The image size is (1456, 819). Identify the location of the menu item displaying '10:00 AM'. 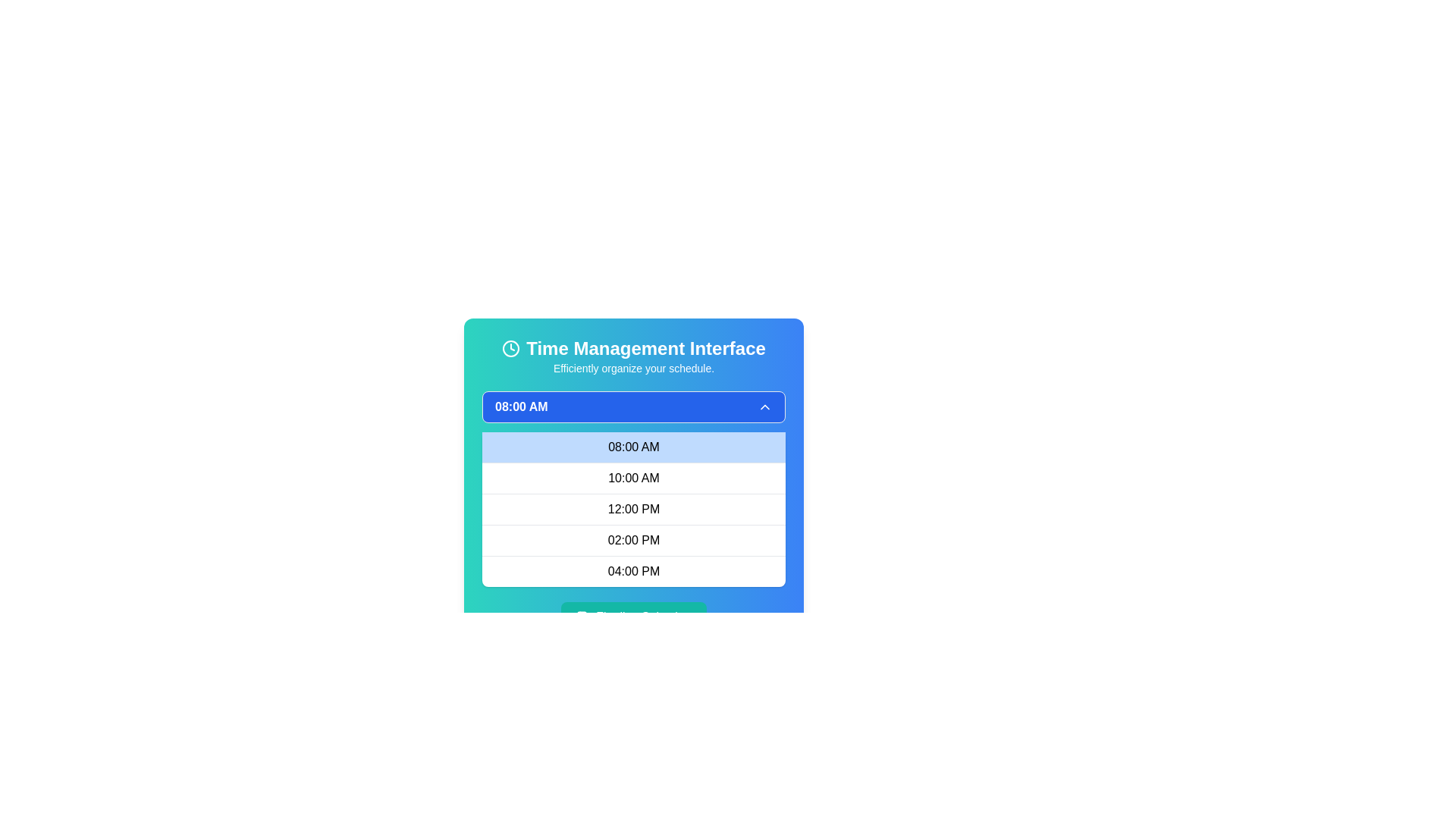
(633, 478).